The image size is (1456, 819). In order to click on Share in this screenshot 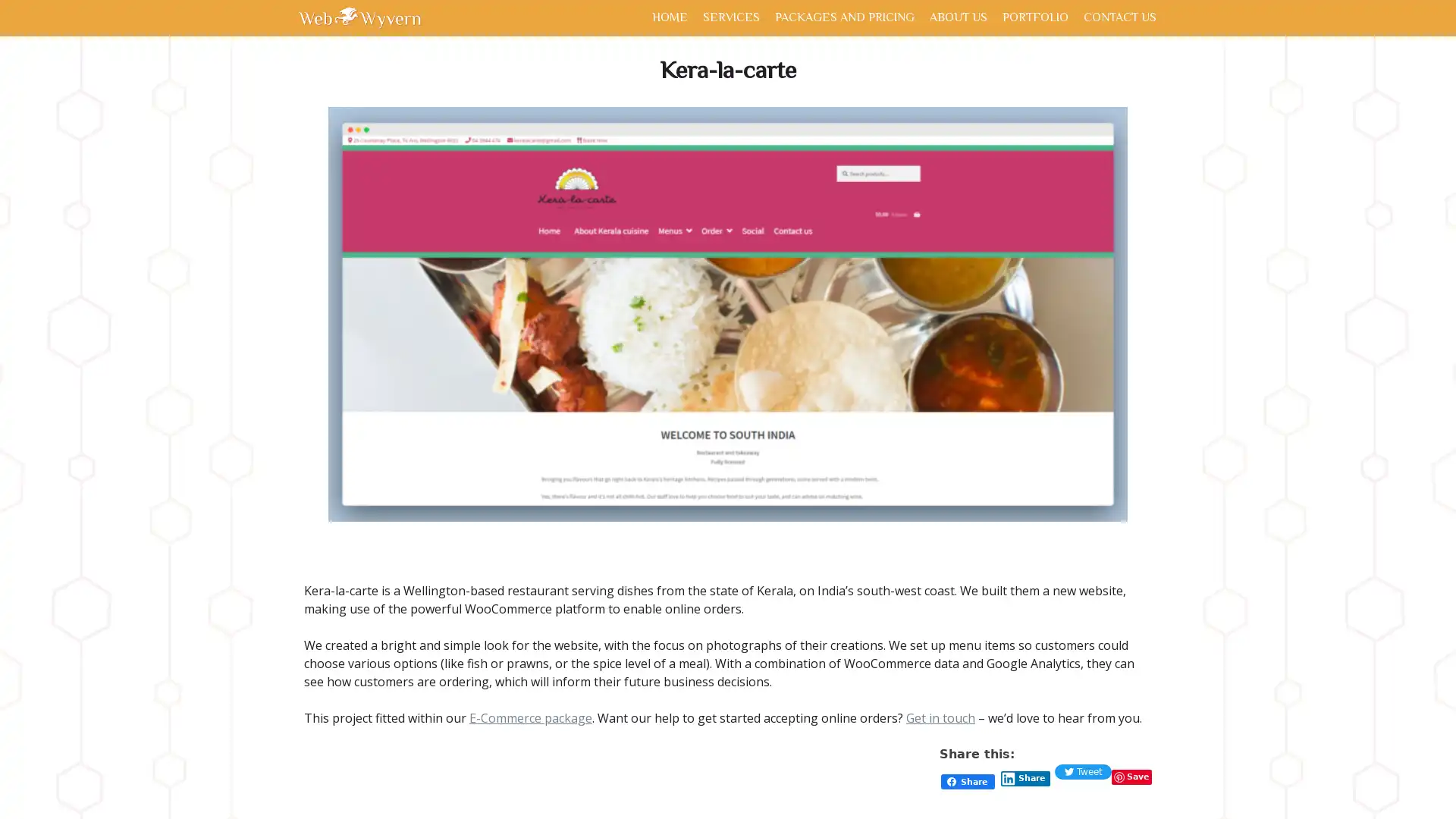, I will do `click(1025, 778)`.